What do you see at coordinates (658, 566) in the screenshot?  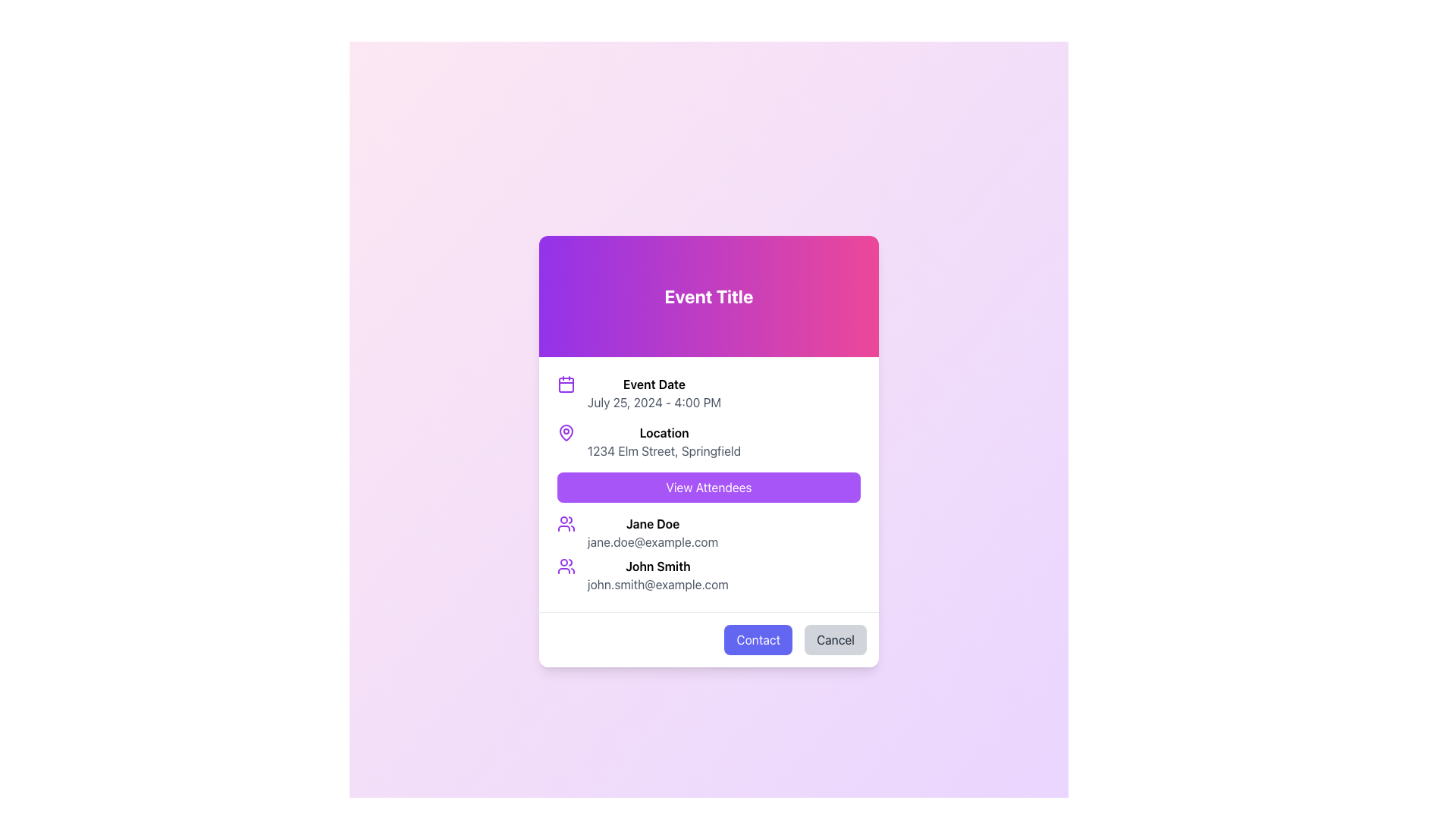 I see `the text label displaying the name of the user or contact, located in the second row of user information and aligned to the left, above the email address 'john.smith@example.com'` at bounding box center [658, 566].